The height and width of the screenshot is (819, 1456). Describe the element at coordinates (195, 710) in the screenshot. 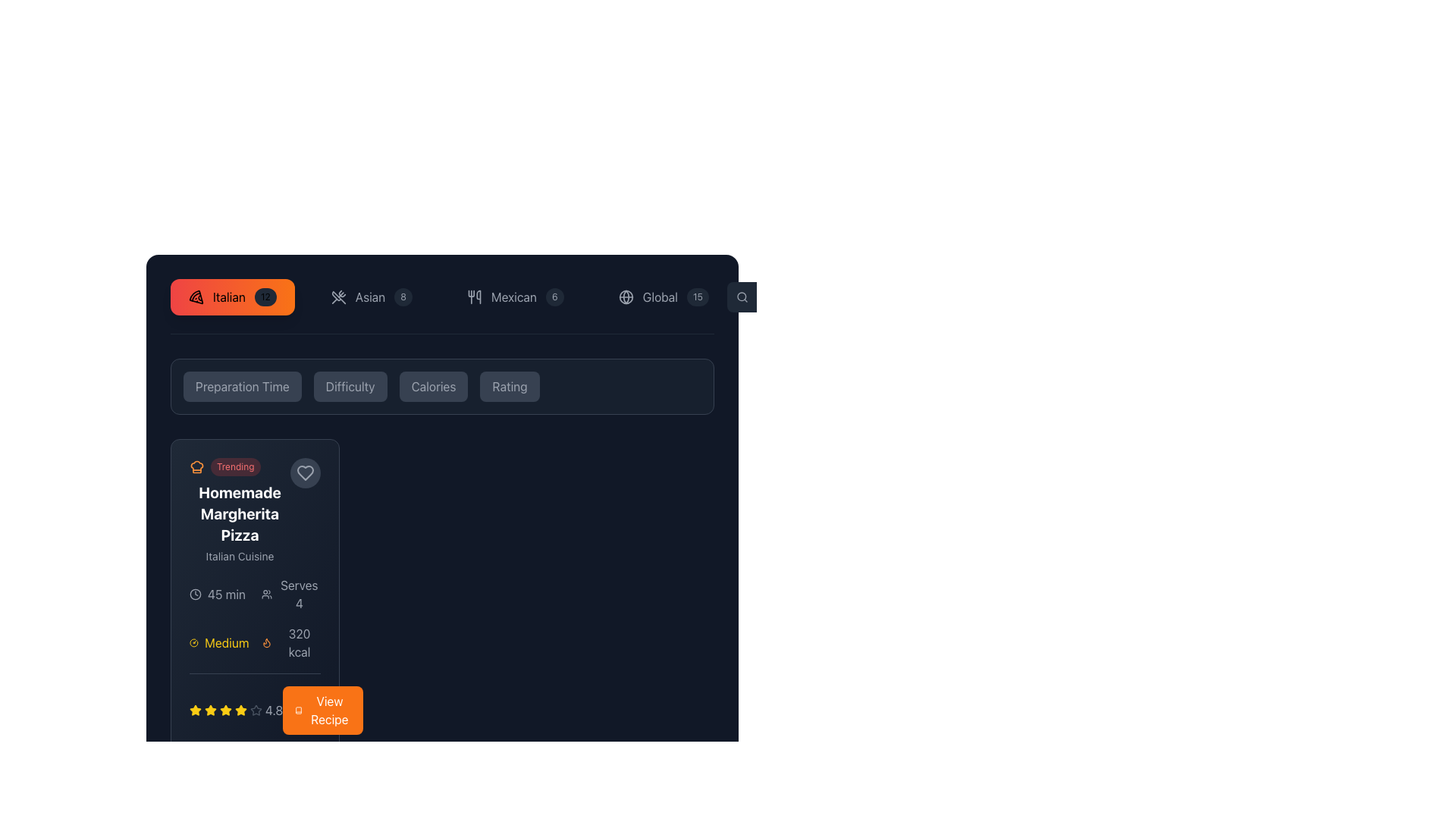

I see `the star icon that indicates a rating for the 'Homemade Margherita Pizza'` at that location.